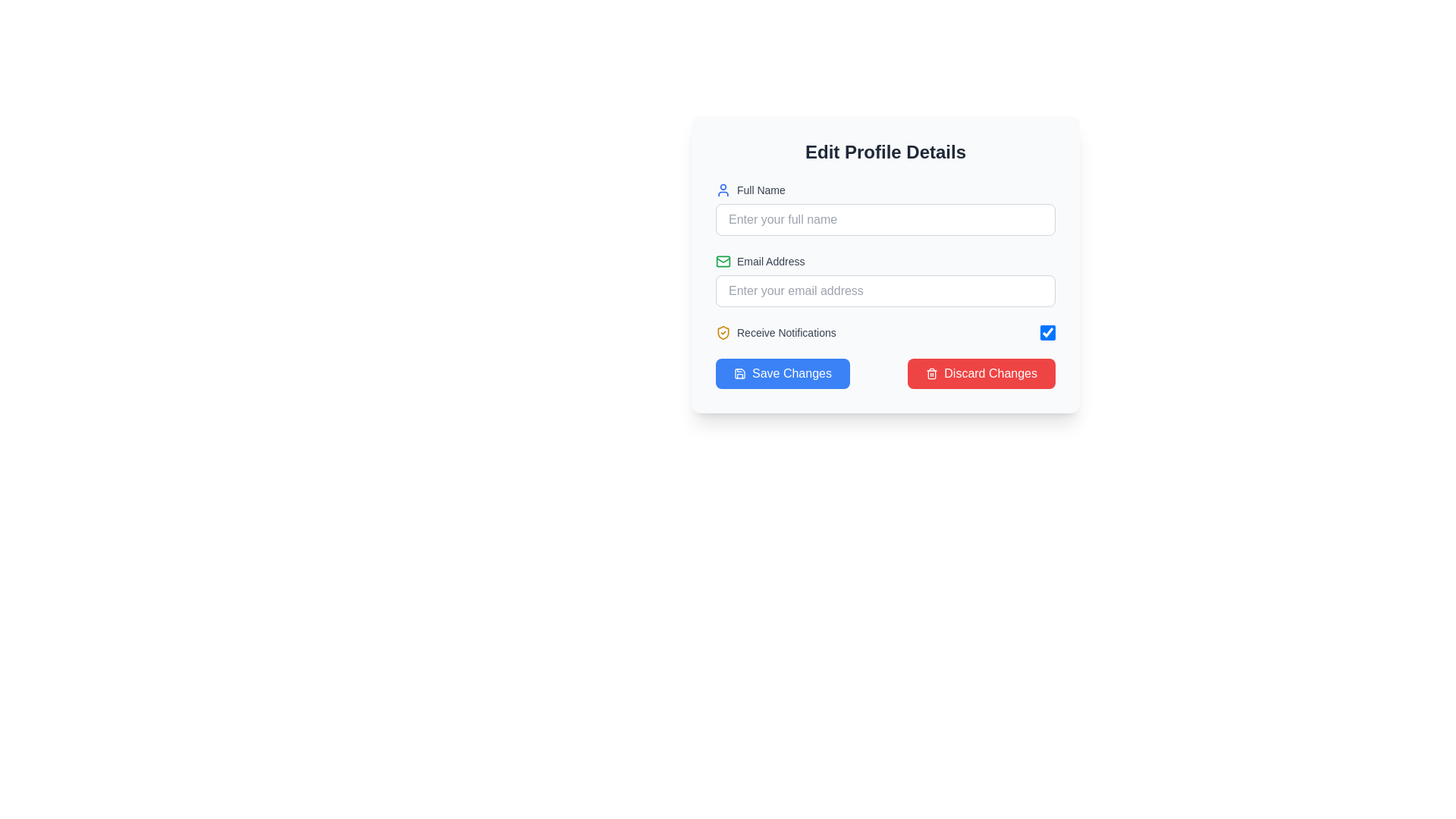 The height and width of the screenshot is (819, 1456). I want to click on the discard changes button located at the bottom-right corner of the form, next to the blue 'Save Changes' button, so click(981, 374).